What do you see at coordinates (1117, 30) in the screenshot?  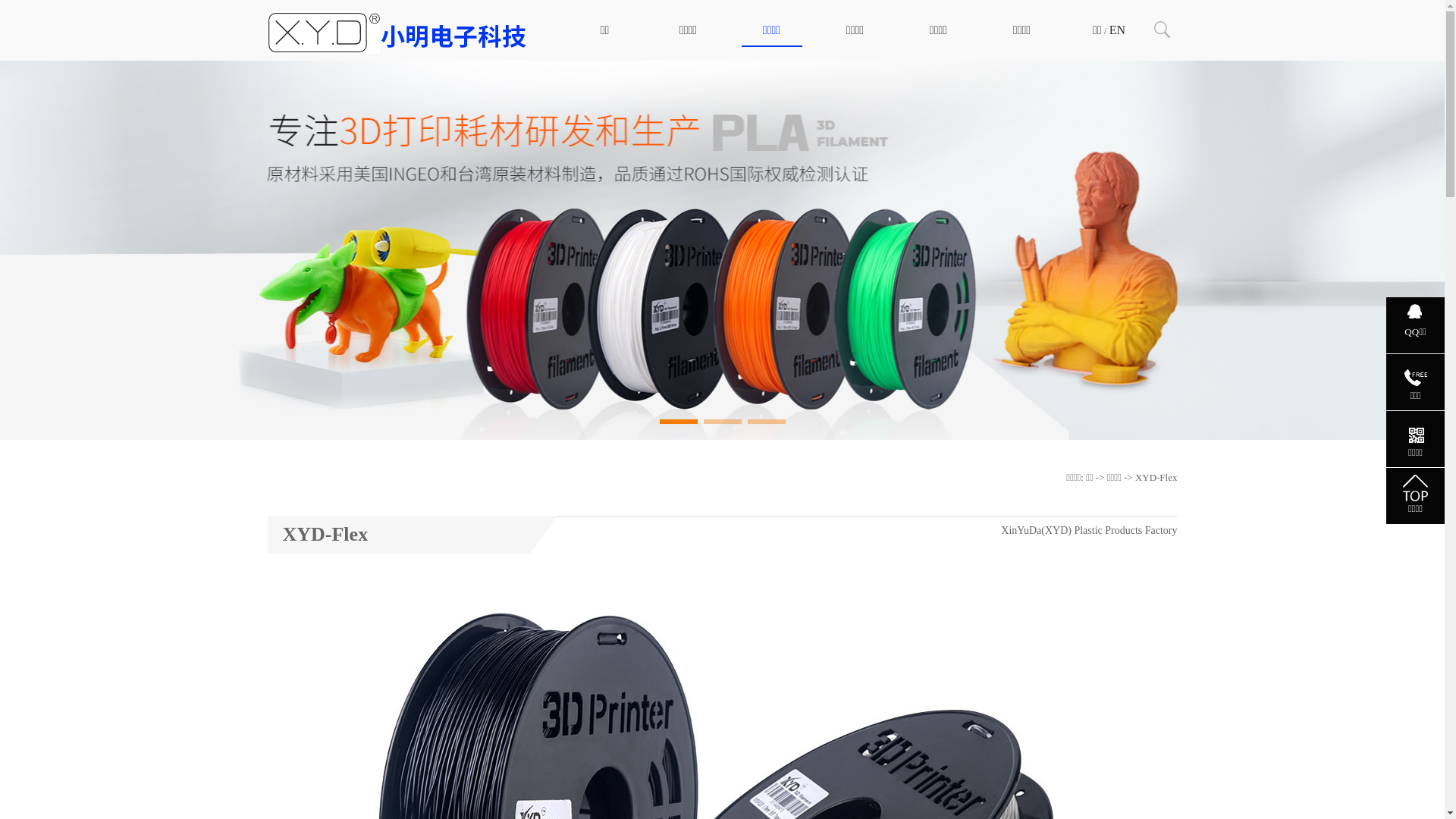 I see `'EN'` at bounding box center [1117, 30].